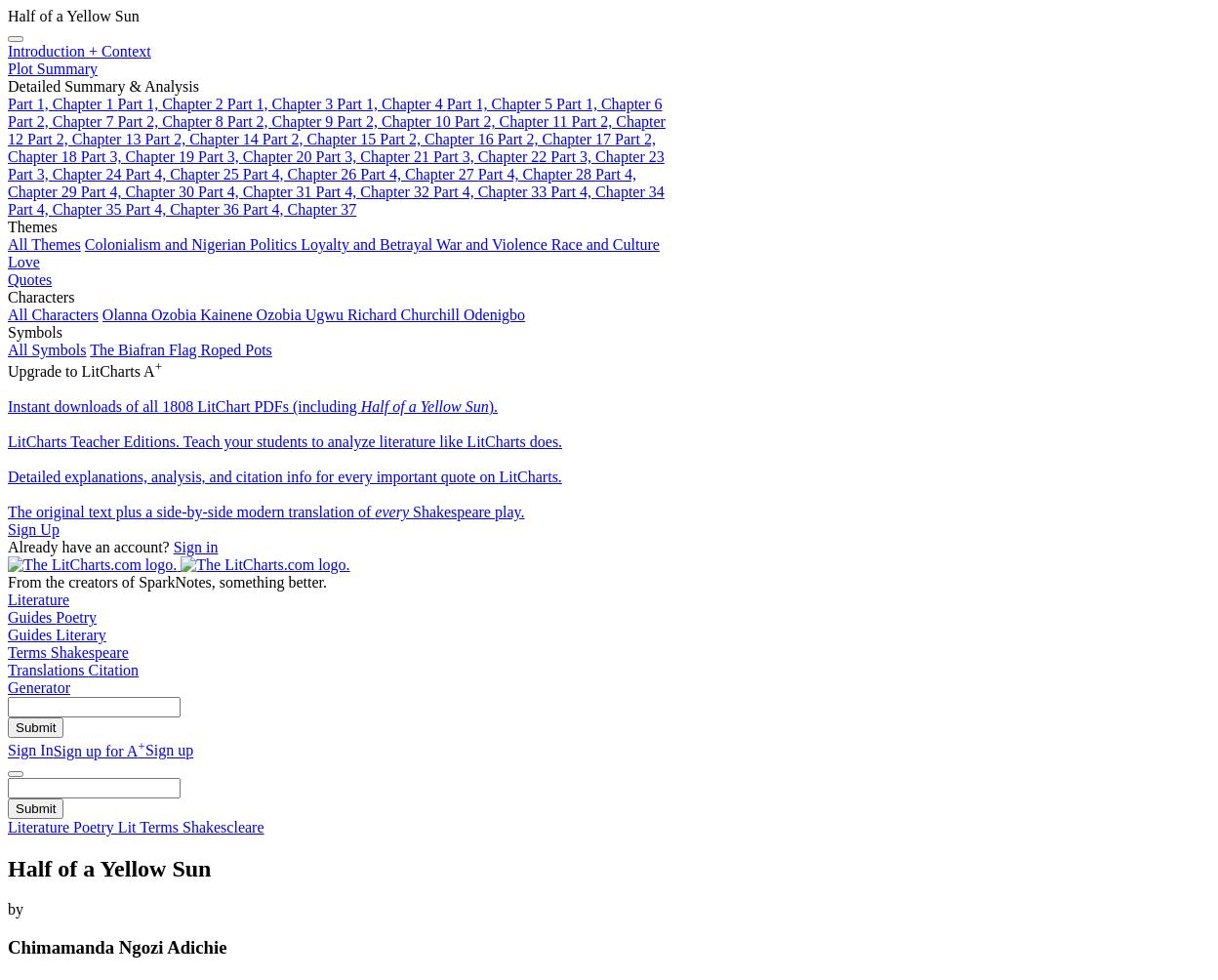  What do you see at coordinates (84, 138) in the screenshot?
I see `'Part 2, Chapter 13'` at bounding box center [84, 138].